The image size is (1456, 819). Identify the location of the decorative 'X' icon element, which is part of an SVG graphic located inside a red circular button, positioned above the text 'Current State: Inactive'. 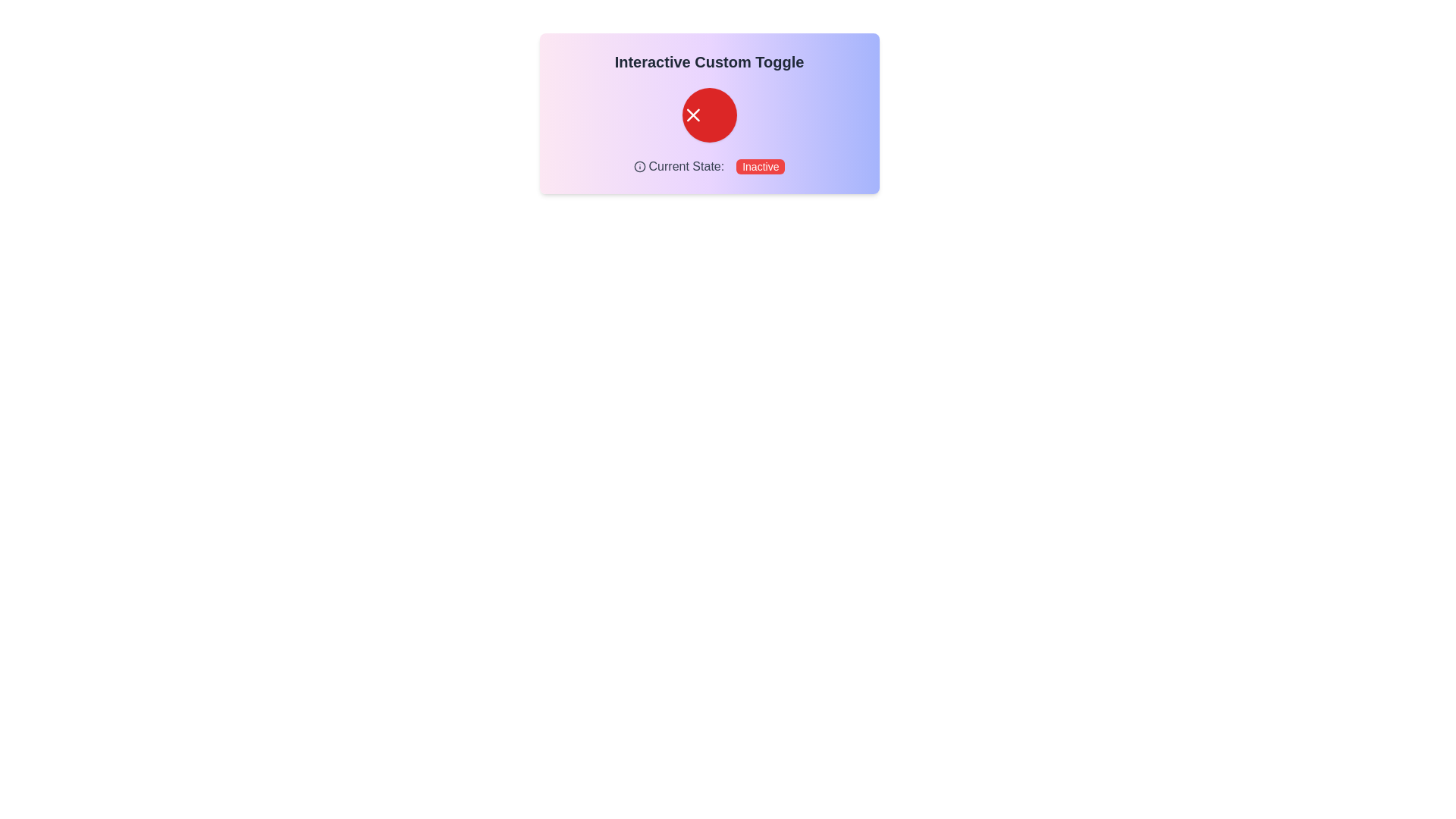
(692, 114).